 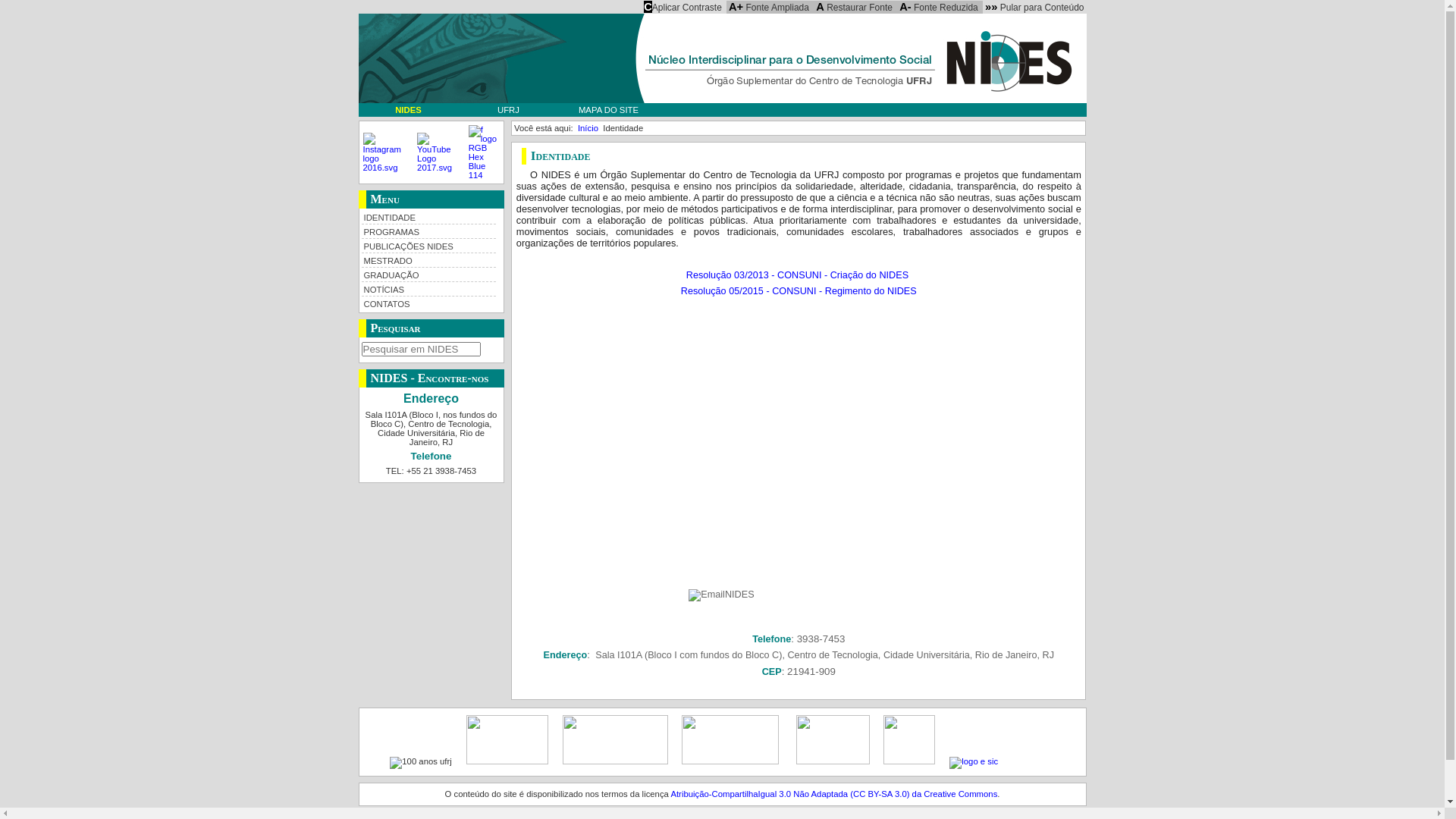 What do you see at coordinates (428, 231) in the screenshot?
I see `'PROGRAMAS'` at bounding box center [428, 231].